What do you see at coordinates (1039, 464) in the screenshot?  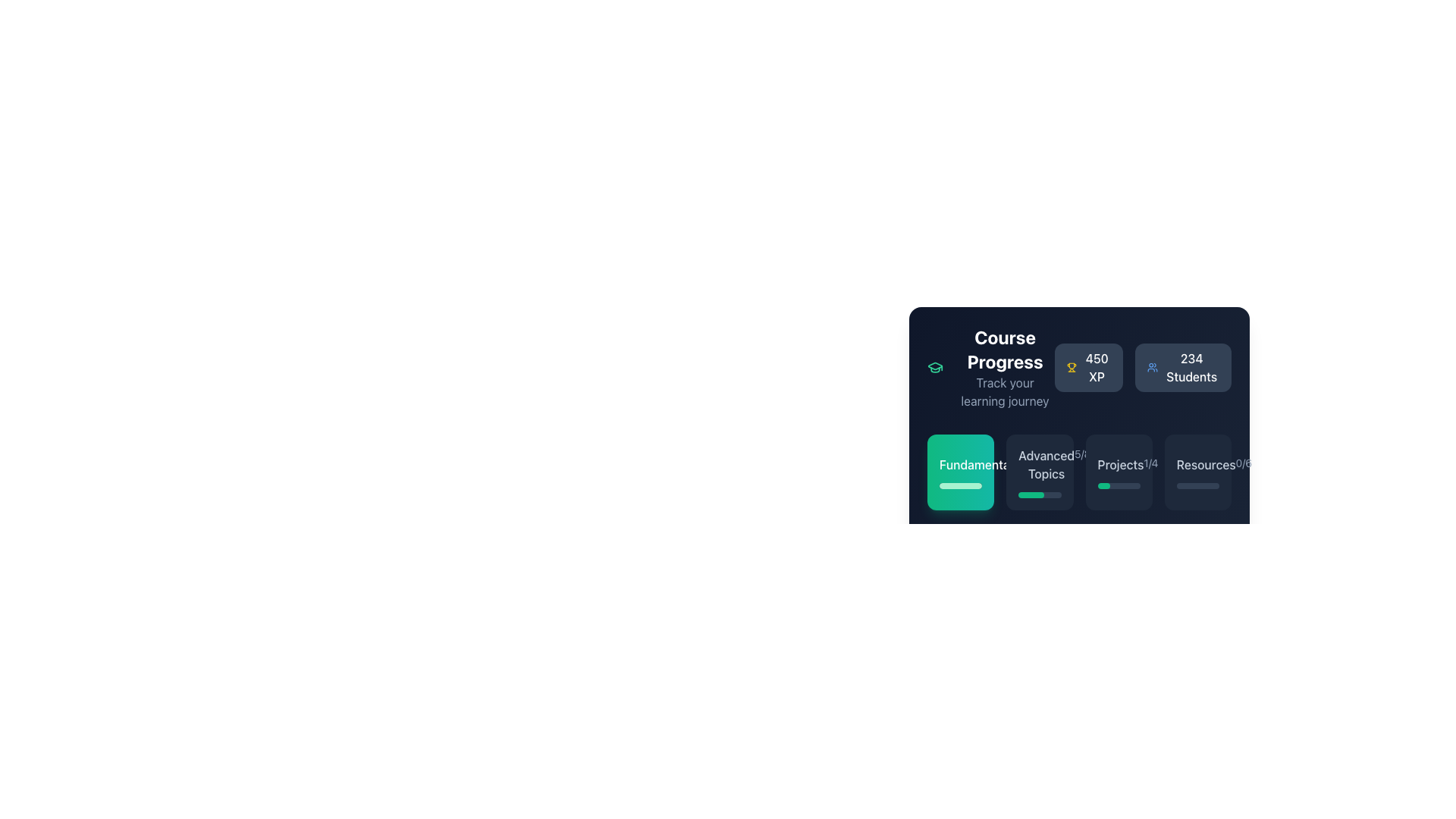 I see `the 'Advanced Topics' text label with progress indicator, which shows 5 out of 8 sections completed, located in the second card of the 'Course Progress' section` at bounding box center [1039, 464].